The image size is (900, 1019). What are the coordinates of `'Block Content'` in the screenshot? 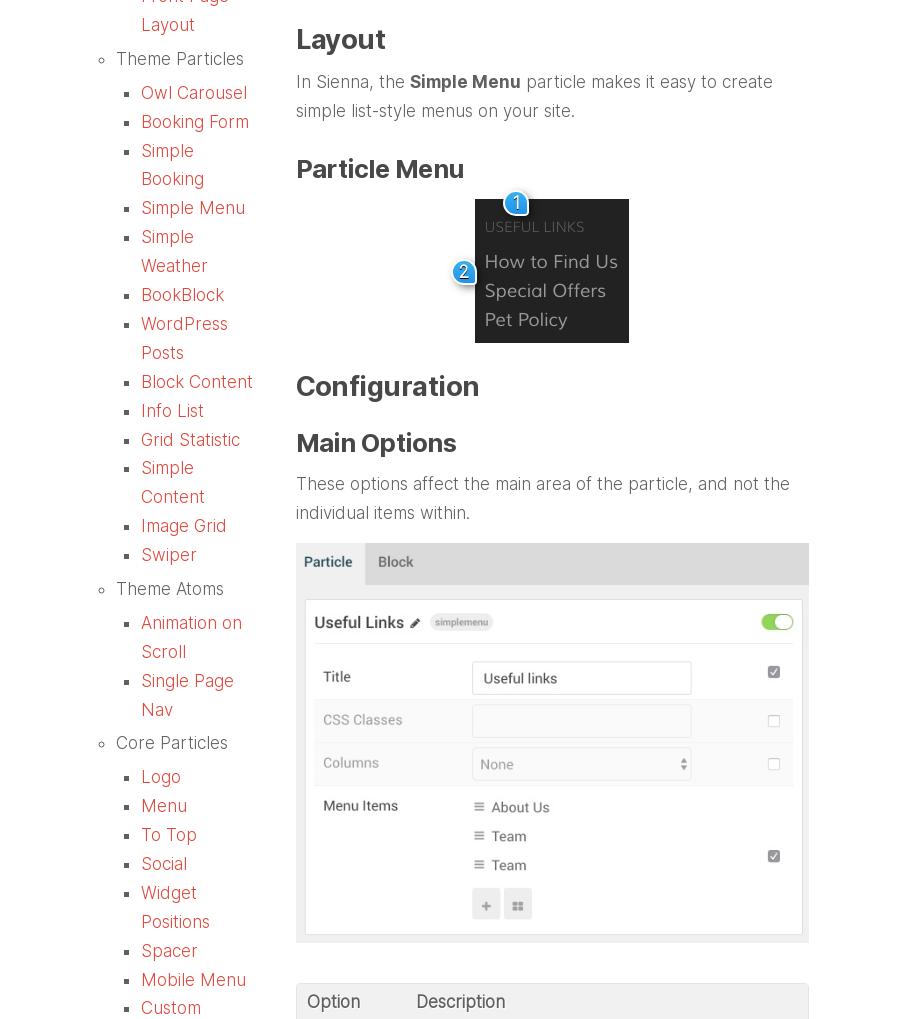 It's located at (197, 380).